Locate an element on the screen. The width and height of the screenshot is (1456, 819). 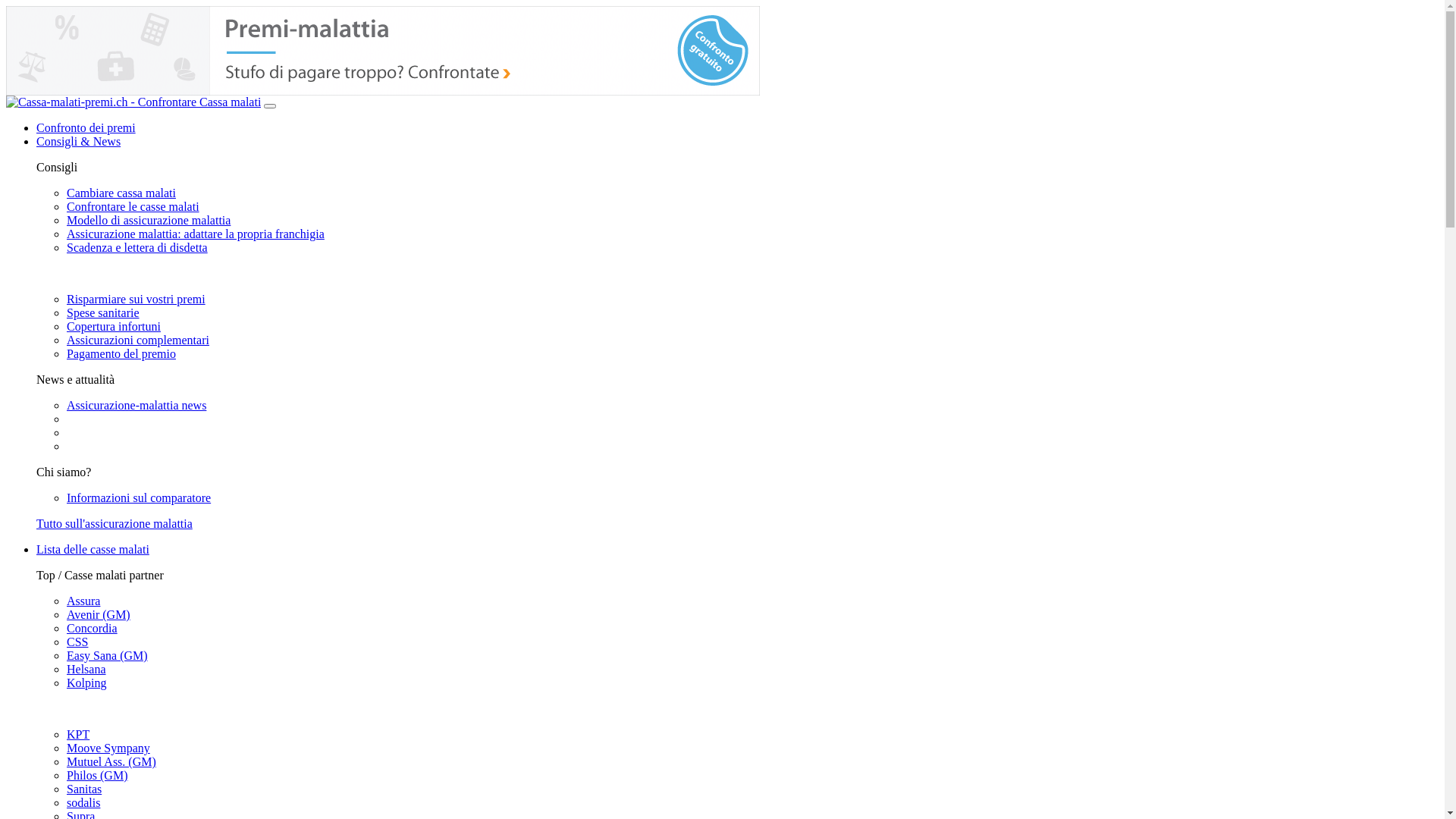
'sodalis' is located at coordinates (83, 802).